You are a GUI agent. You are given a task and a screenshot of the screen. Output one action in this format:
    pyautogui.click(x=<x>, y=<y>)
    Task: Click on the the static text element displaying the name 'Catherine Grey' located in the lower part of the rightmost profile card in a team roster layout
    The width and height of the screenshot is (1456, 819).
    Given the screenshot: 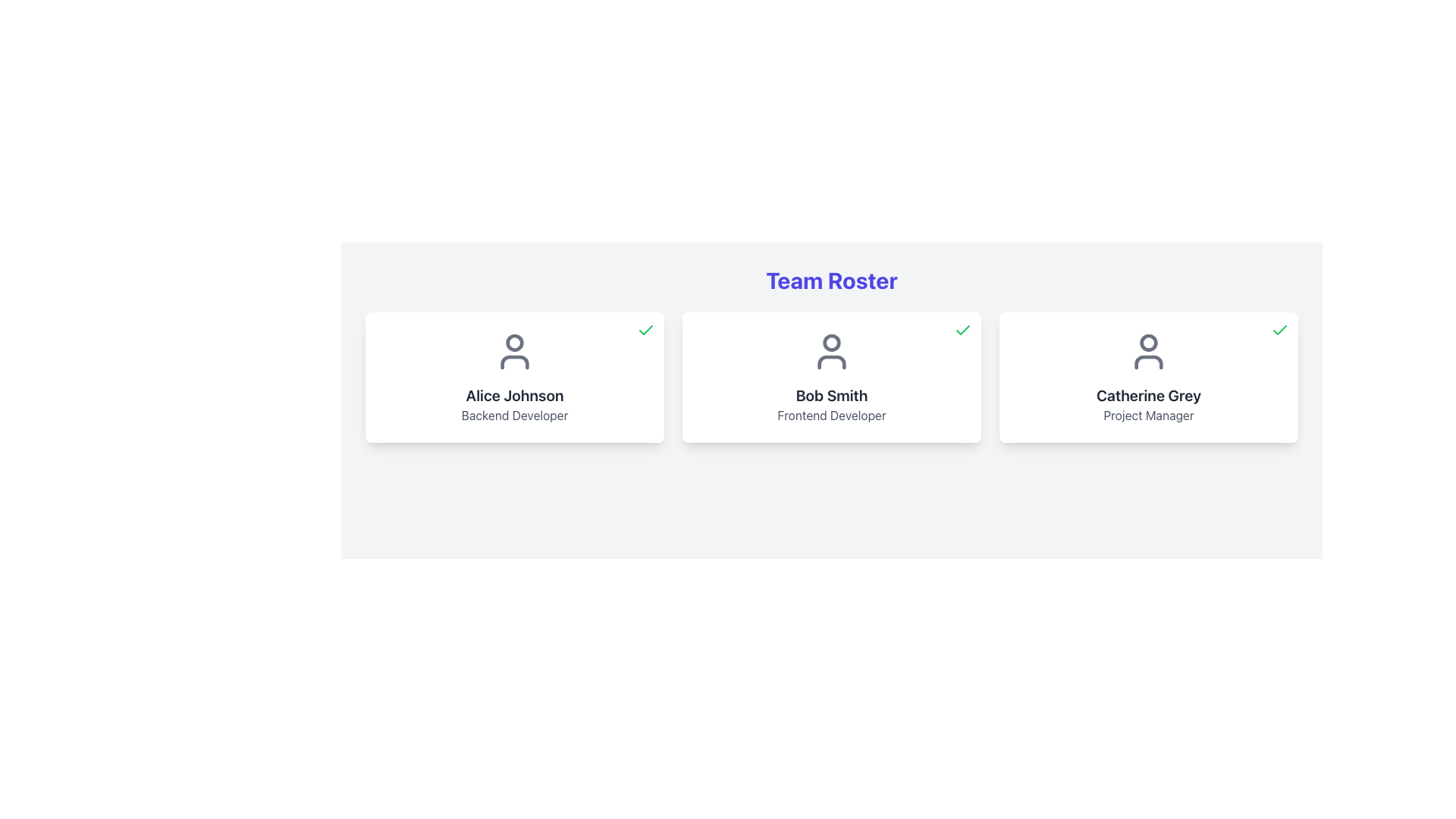 What is the action you would take?
    pyautogui.click(x=1149, y=394)
    